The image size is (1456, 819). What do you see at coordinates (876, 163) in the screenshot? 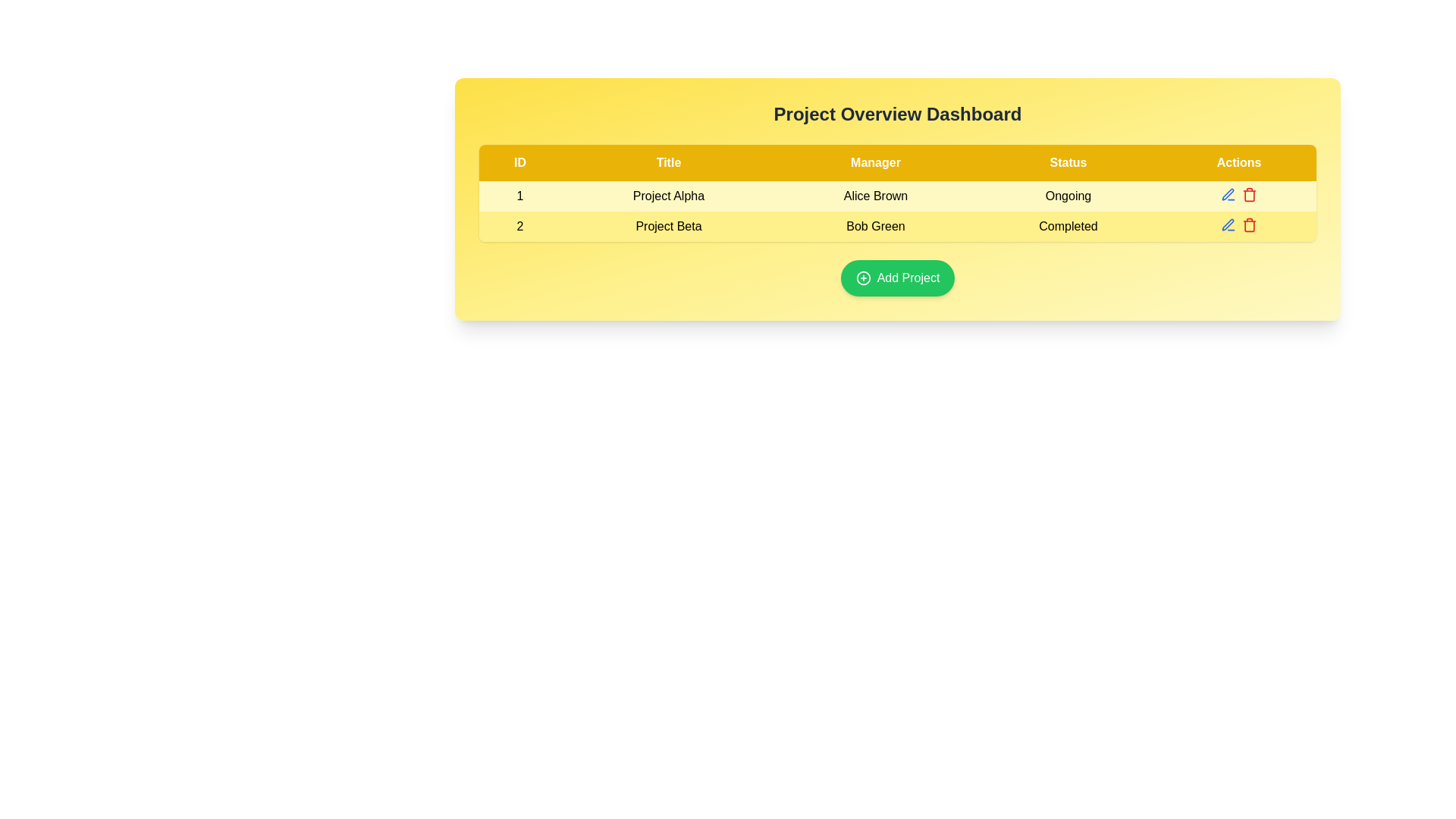
I see `the 'Manager' text label, which is the third header in a table layout, positioned between 'Title' and 'Status', and serves as a non-interactive informative element` at bounding box center [876, 163].